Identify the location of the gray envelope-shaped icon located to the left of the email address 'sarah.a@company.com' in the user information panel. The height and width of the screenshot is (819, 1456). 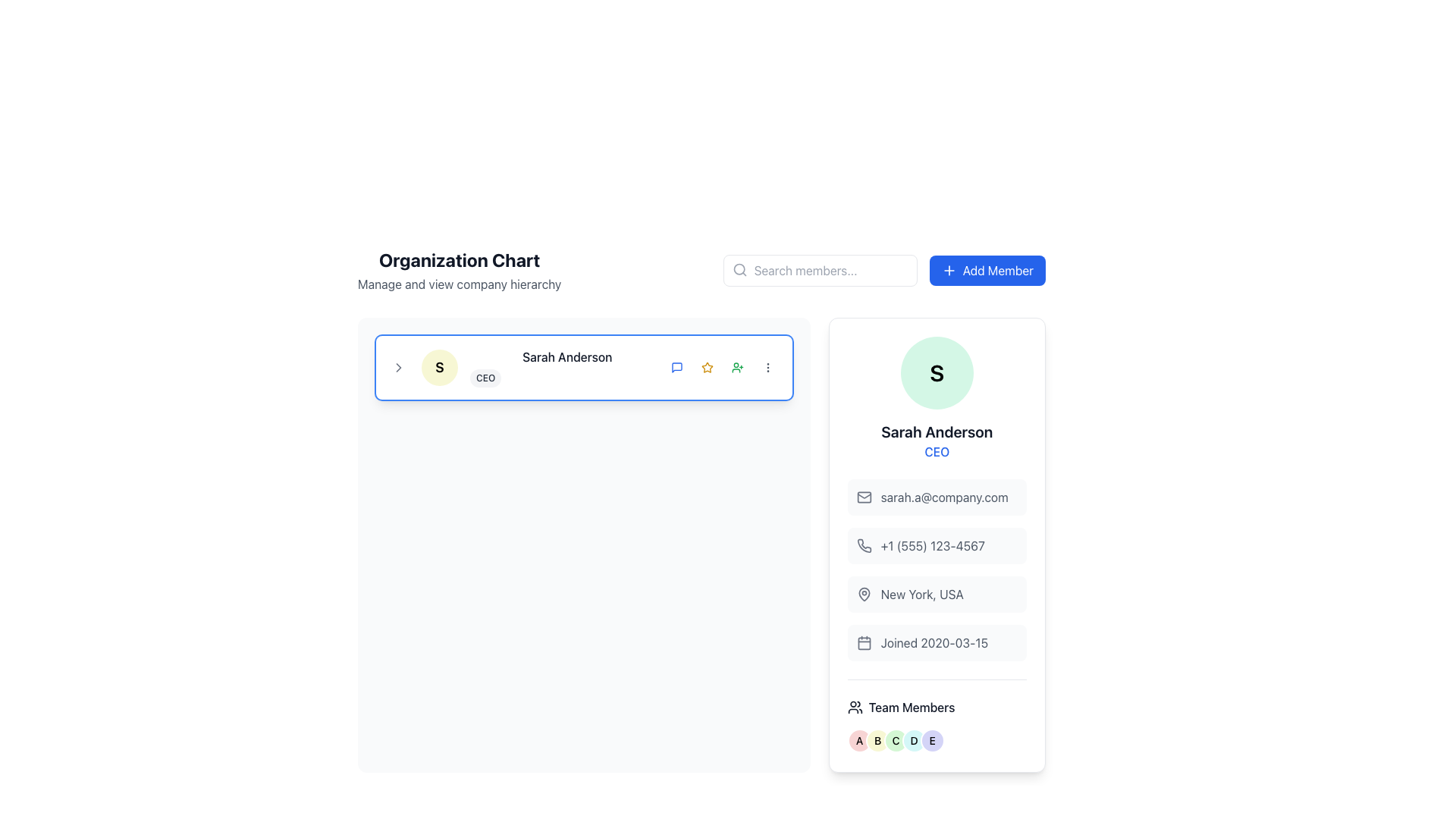
(864, 497).